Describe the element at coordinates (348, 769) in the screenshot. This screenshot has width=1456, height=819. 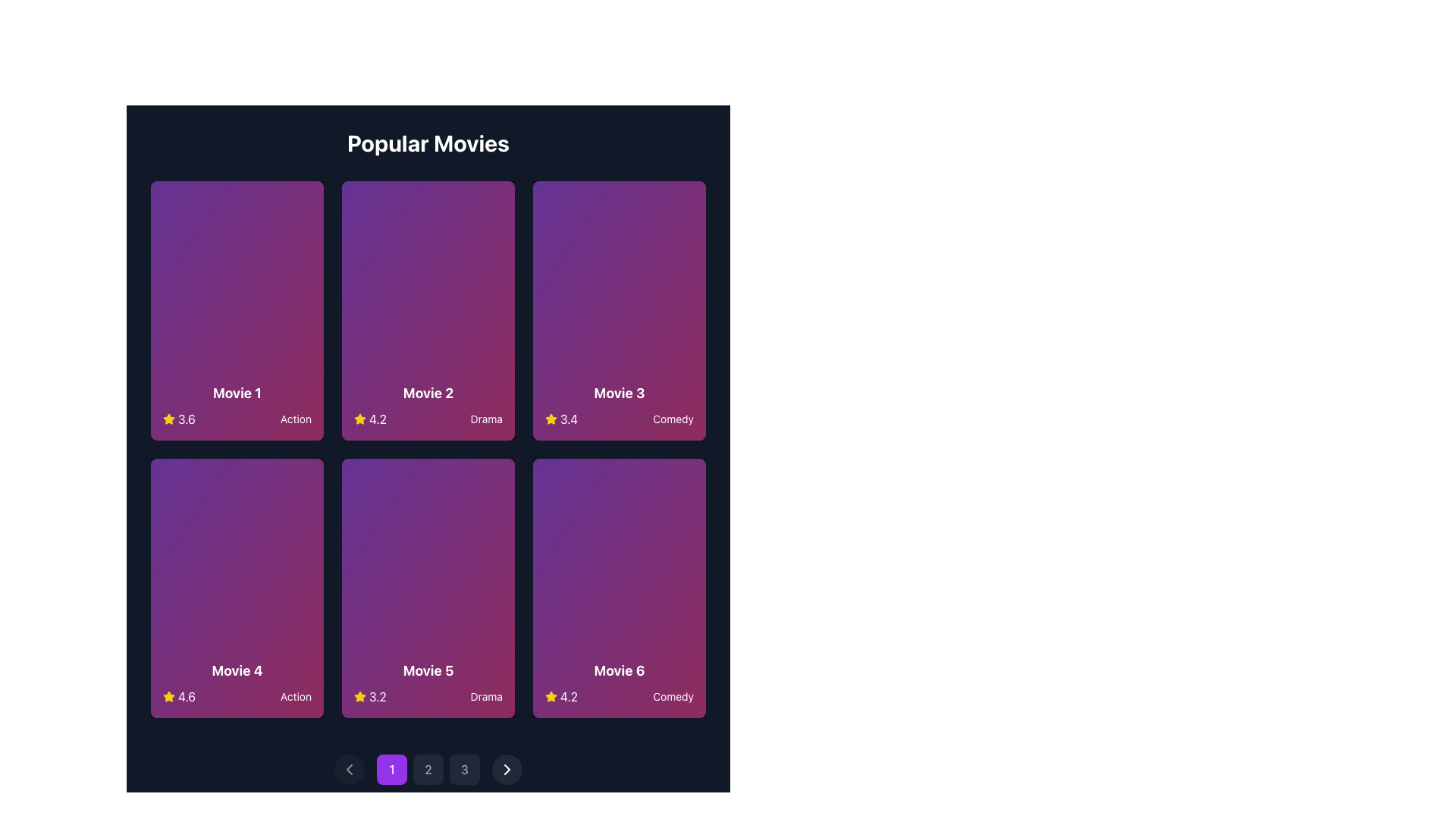
I see `the circular button containing the left-facing chevron icon to observe any hover effects` at that location.